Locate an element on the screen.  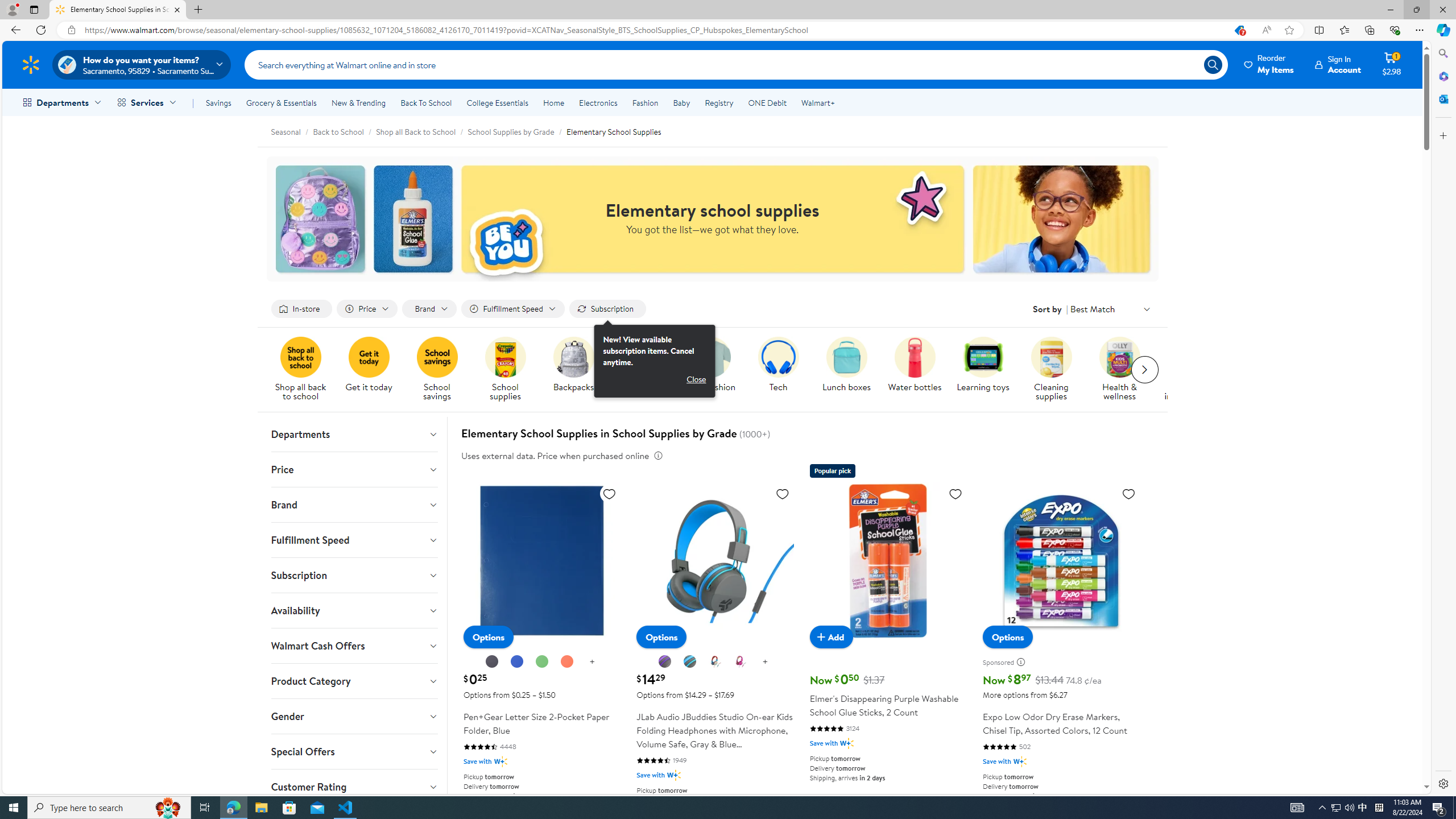
'Shop all back to school' is located at coordinates (304, 370).